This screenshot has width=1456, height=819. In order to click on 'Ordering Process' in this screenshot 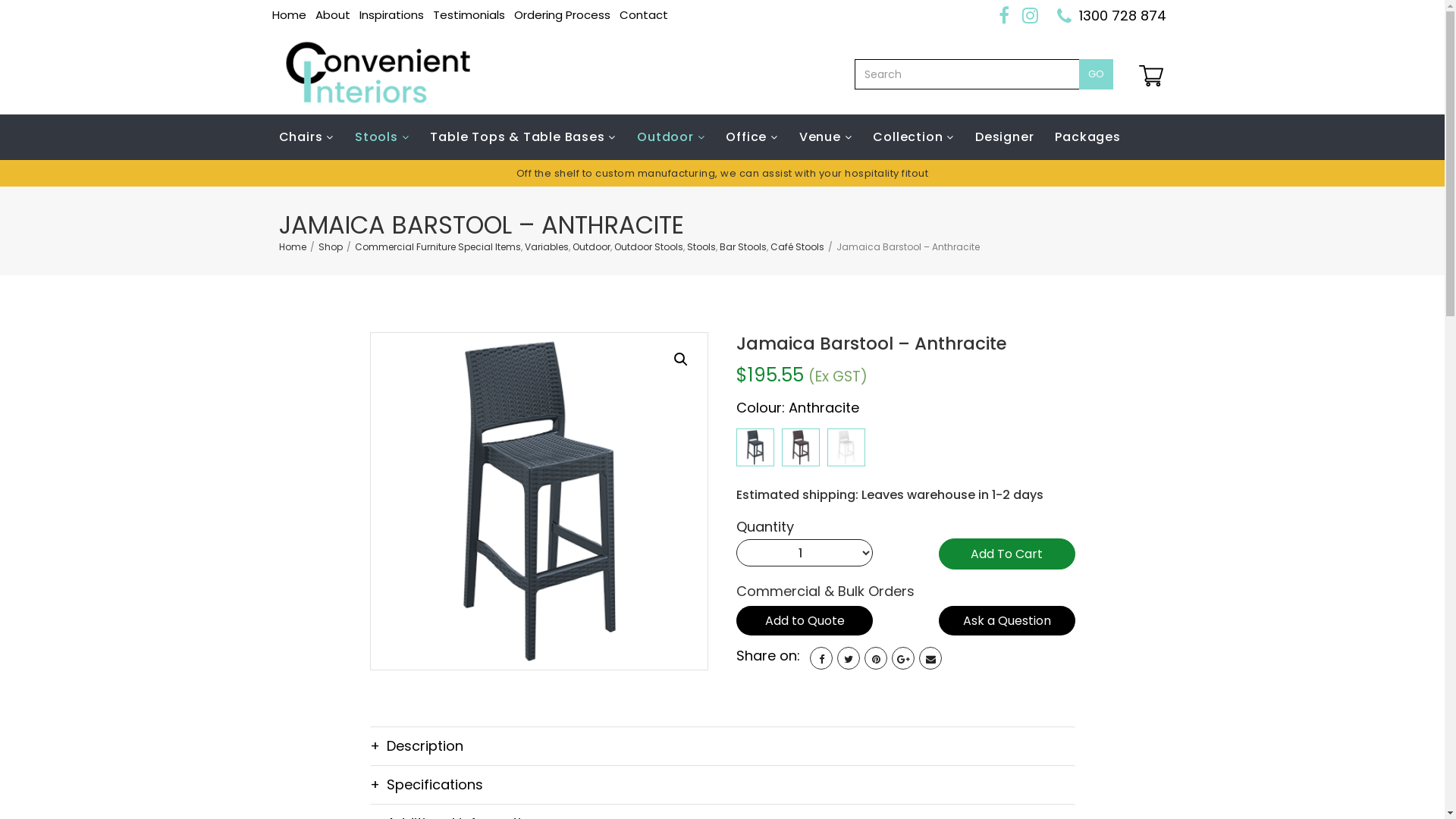, I will do `click(561, 14)`.